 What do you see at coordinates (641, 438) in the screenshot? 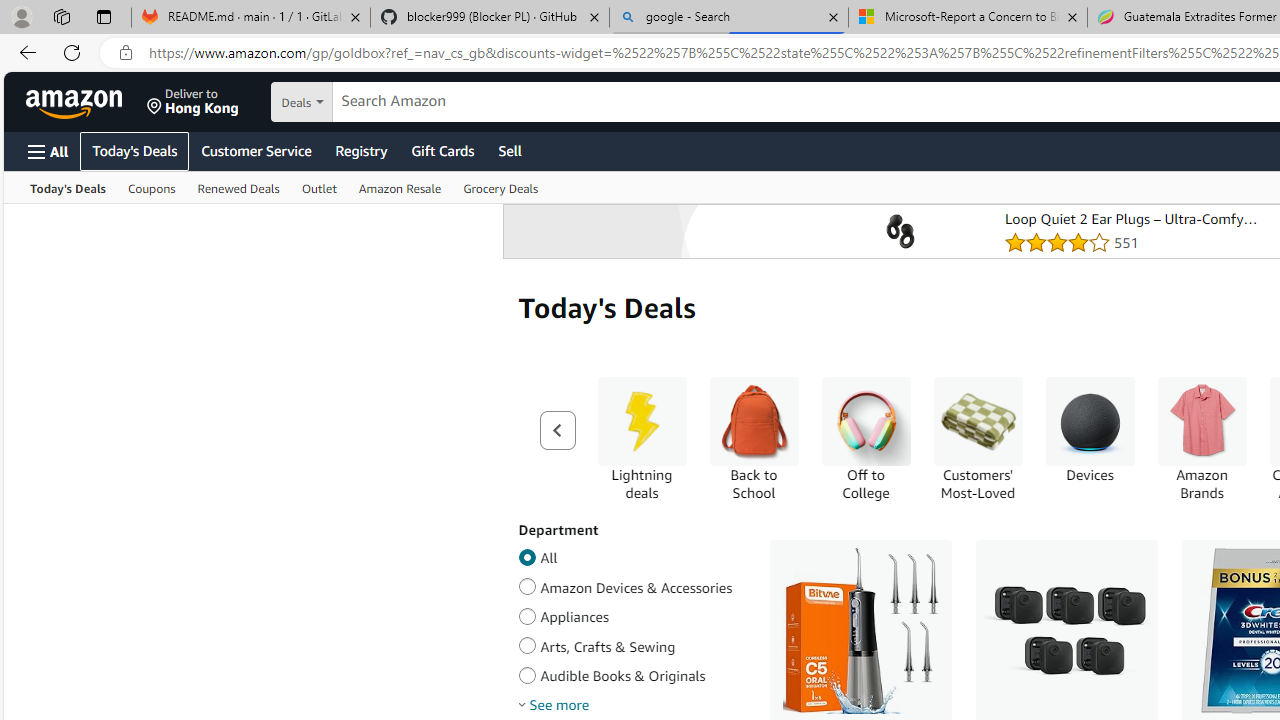
I see `'Lightning deals Lightning deals'` at bounding box center [641, 438].